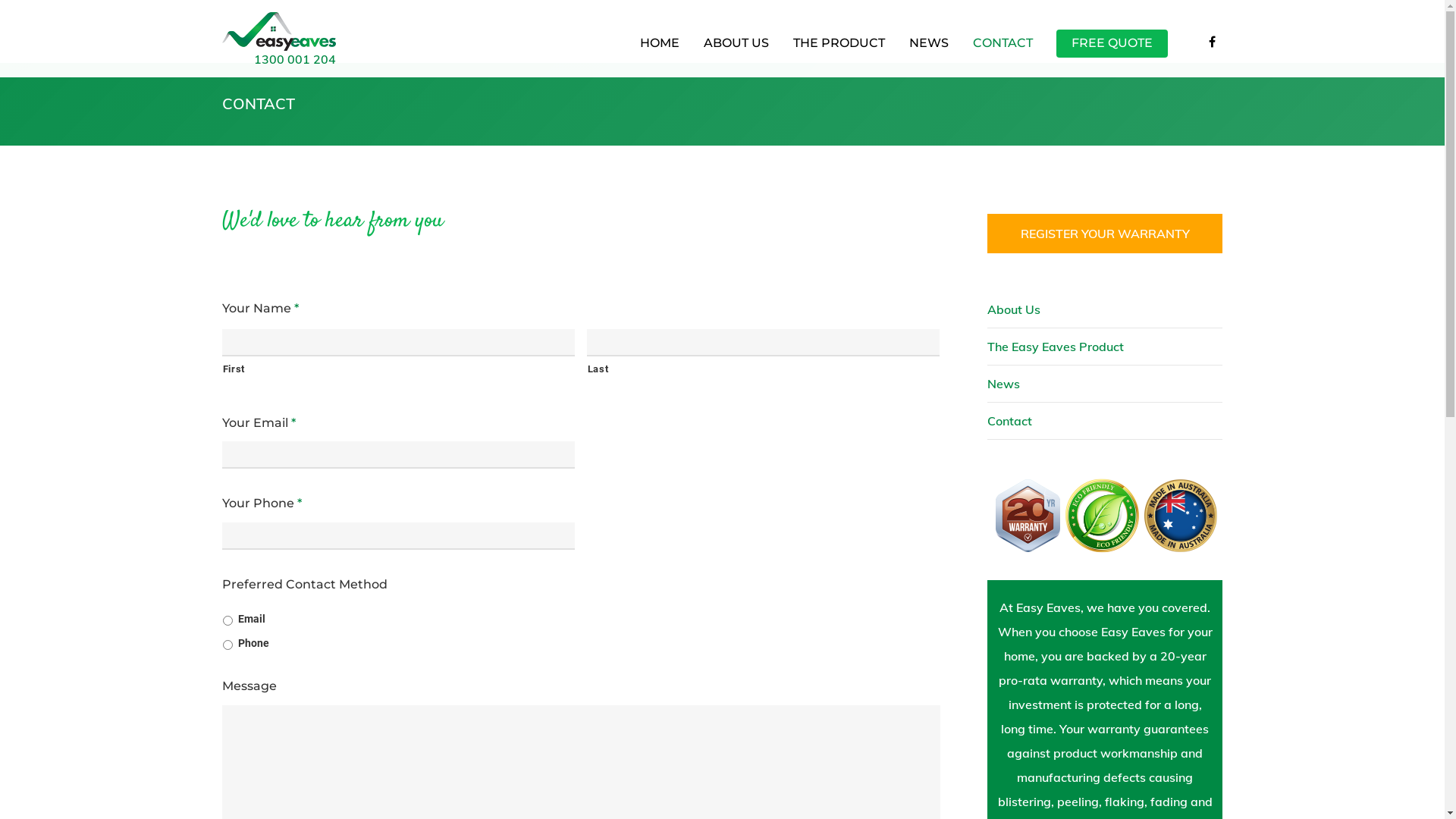  What do you see at coordinates (1105, 309) in the screenshot?
I see `'About Us'` at bounding box center [1105, 309].